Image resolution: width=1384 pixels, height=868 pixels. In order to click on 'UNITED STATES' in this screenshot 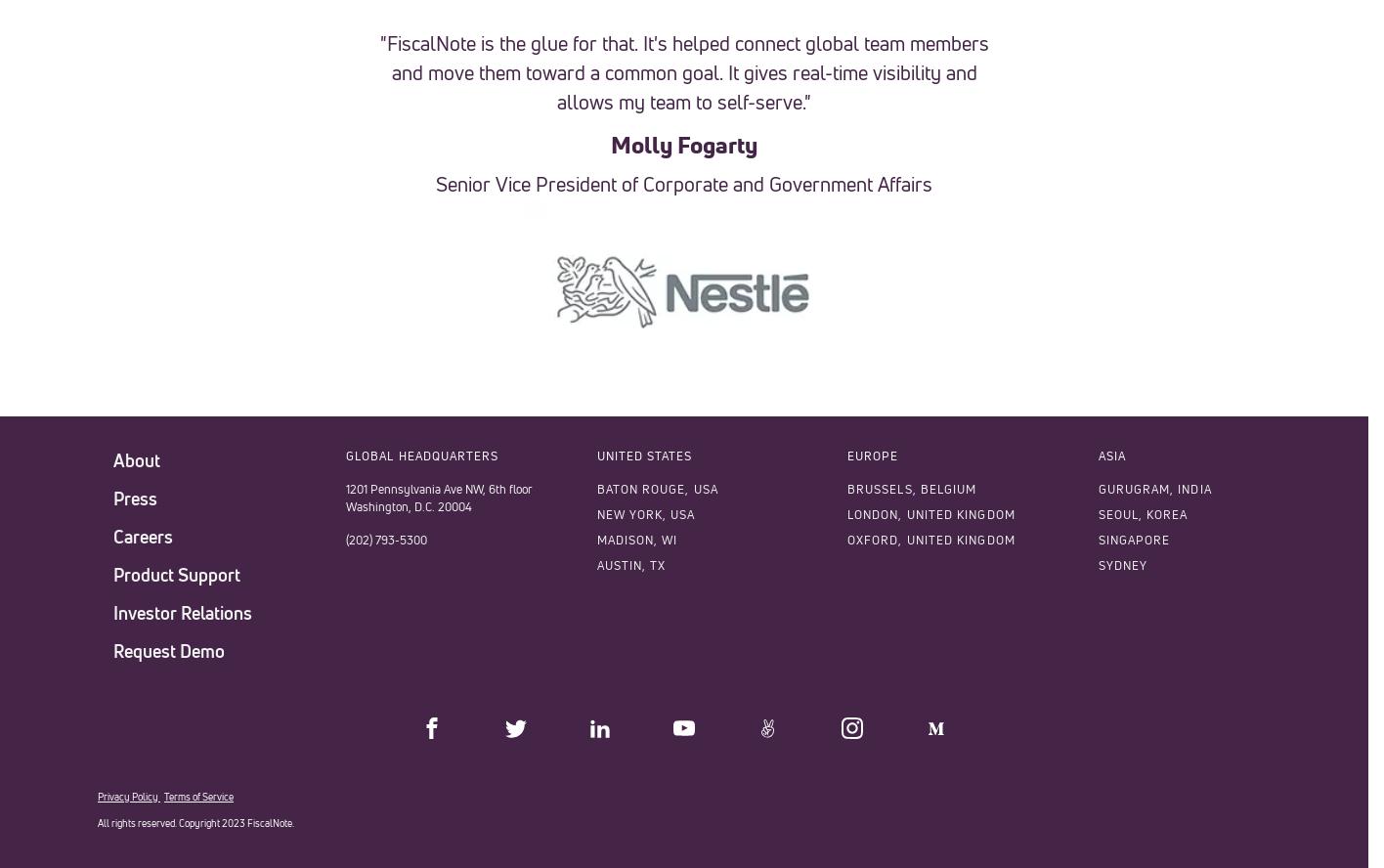, I will do `click(643, 455)`.